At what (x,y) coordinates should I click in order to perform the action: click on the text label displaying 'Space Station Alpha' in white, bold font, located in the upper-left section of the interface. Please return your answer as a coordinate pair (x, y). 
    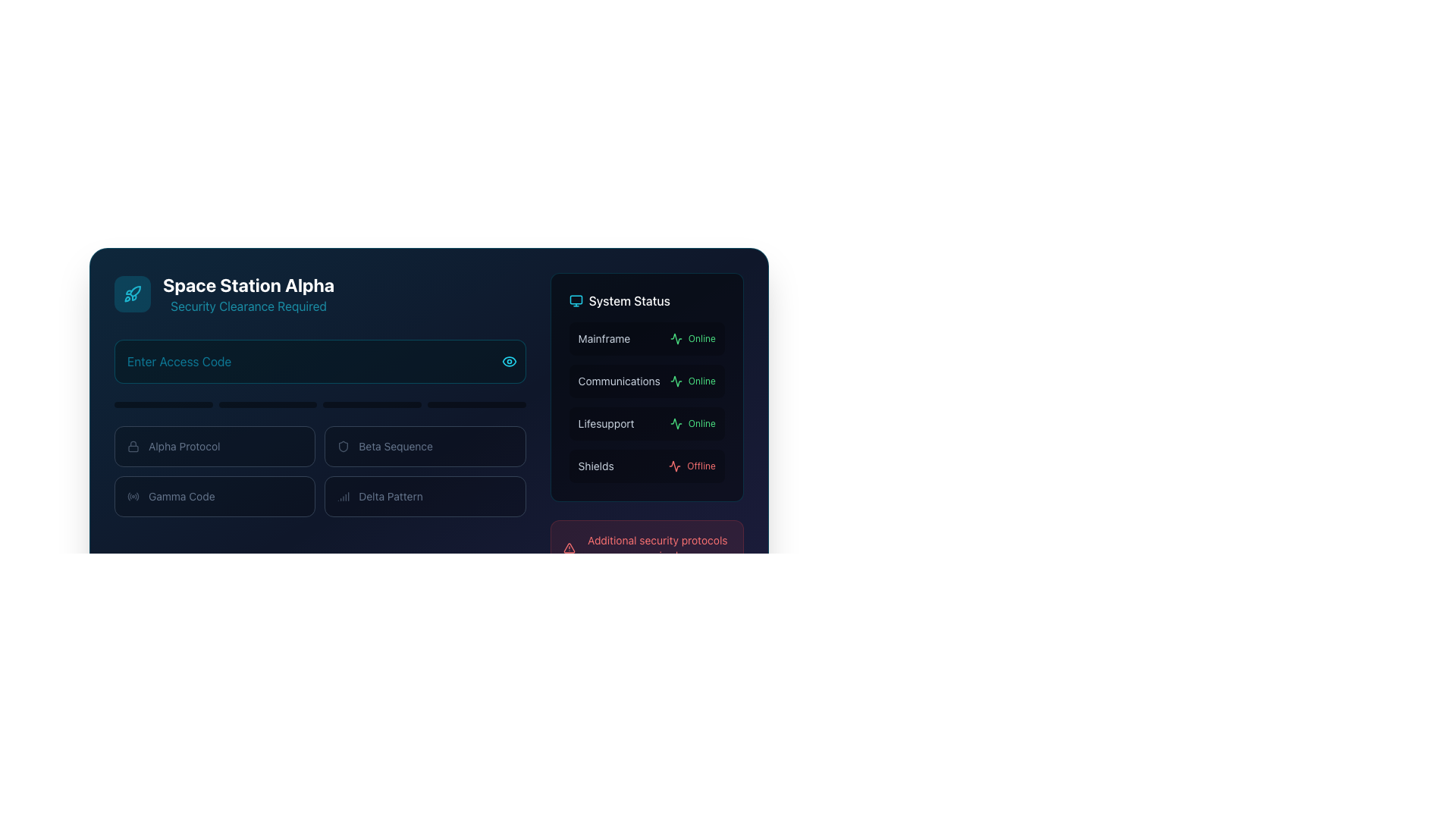
    Looking at the image, I should click on (249, 294).